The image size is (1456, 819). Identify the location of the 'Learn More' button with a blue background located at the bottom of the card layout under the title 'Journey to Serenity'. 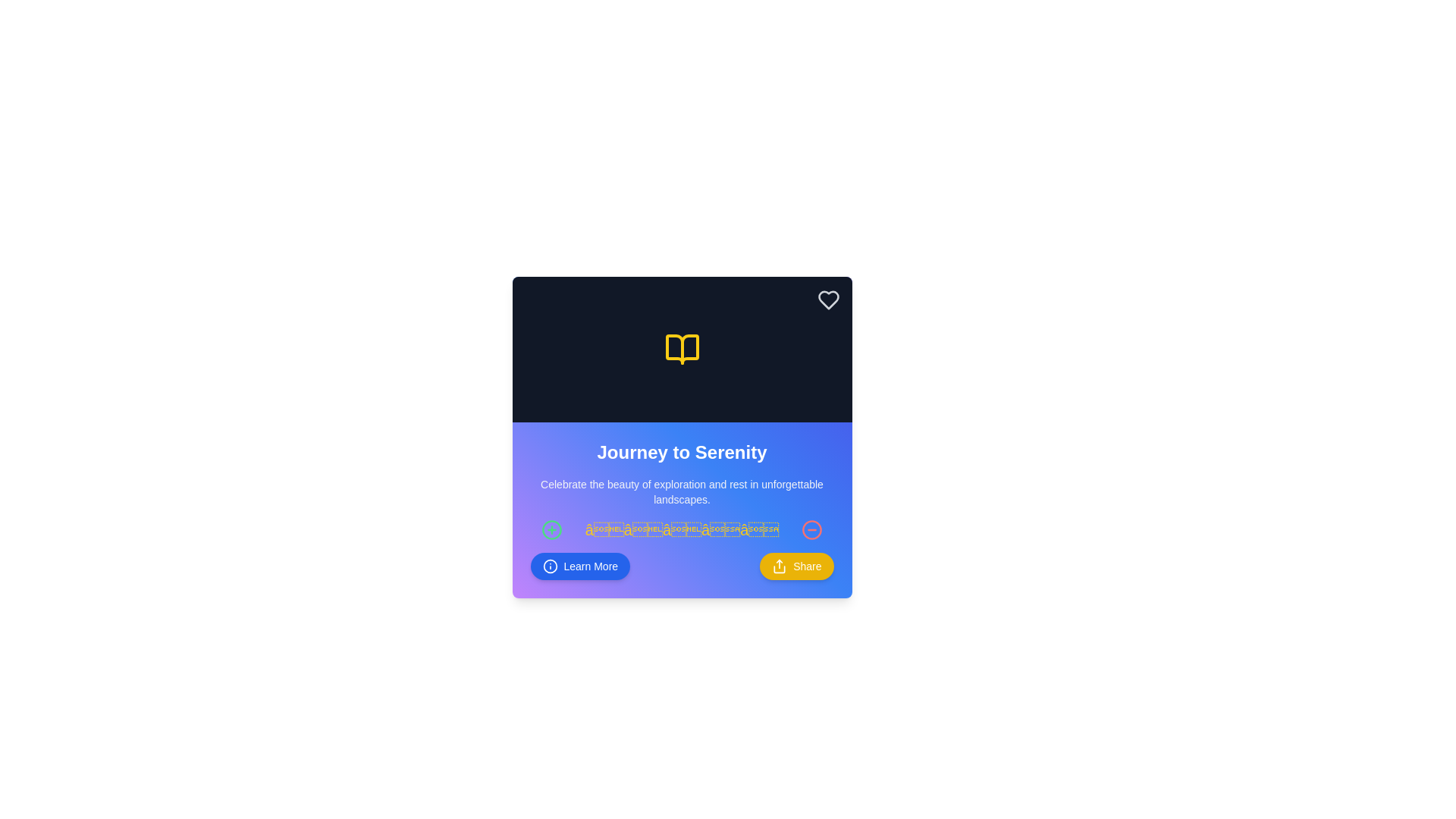
(681, 566).